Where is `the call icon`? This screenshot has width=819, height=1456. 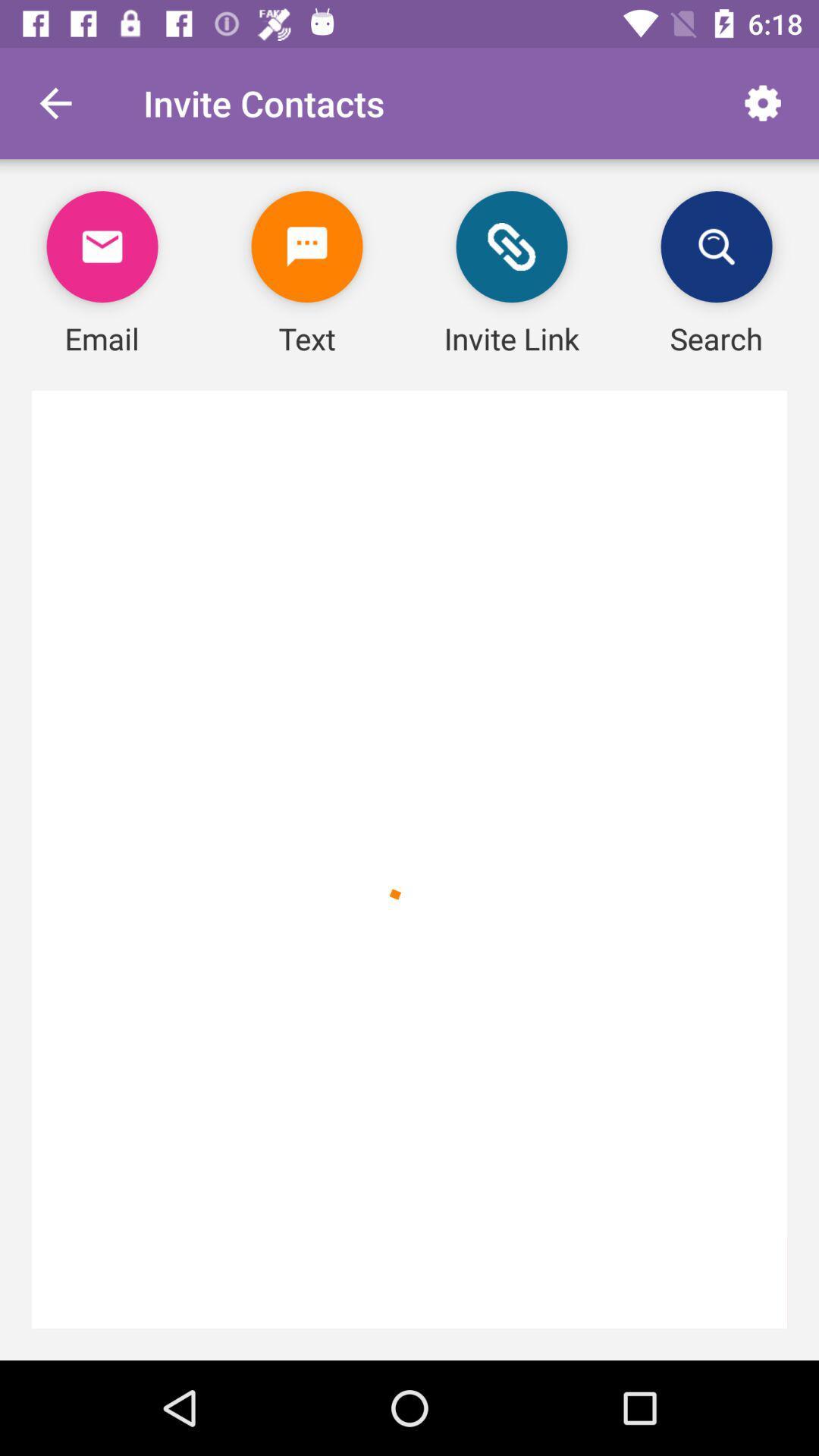
the call icon is located at coordinates (512, 246).